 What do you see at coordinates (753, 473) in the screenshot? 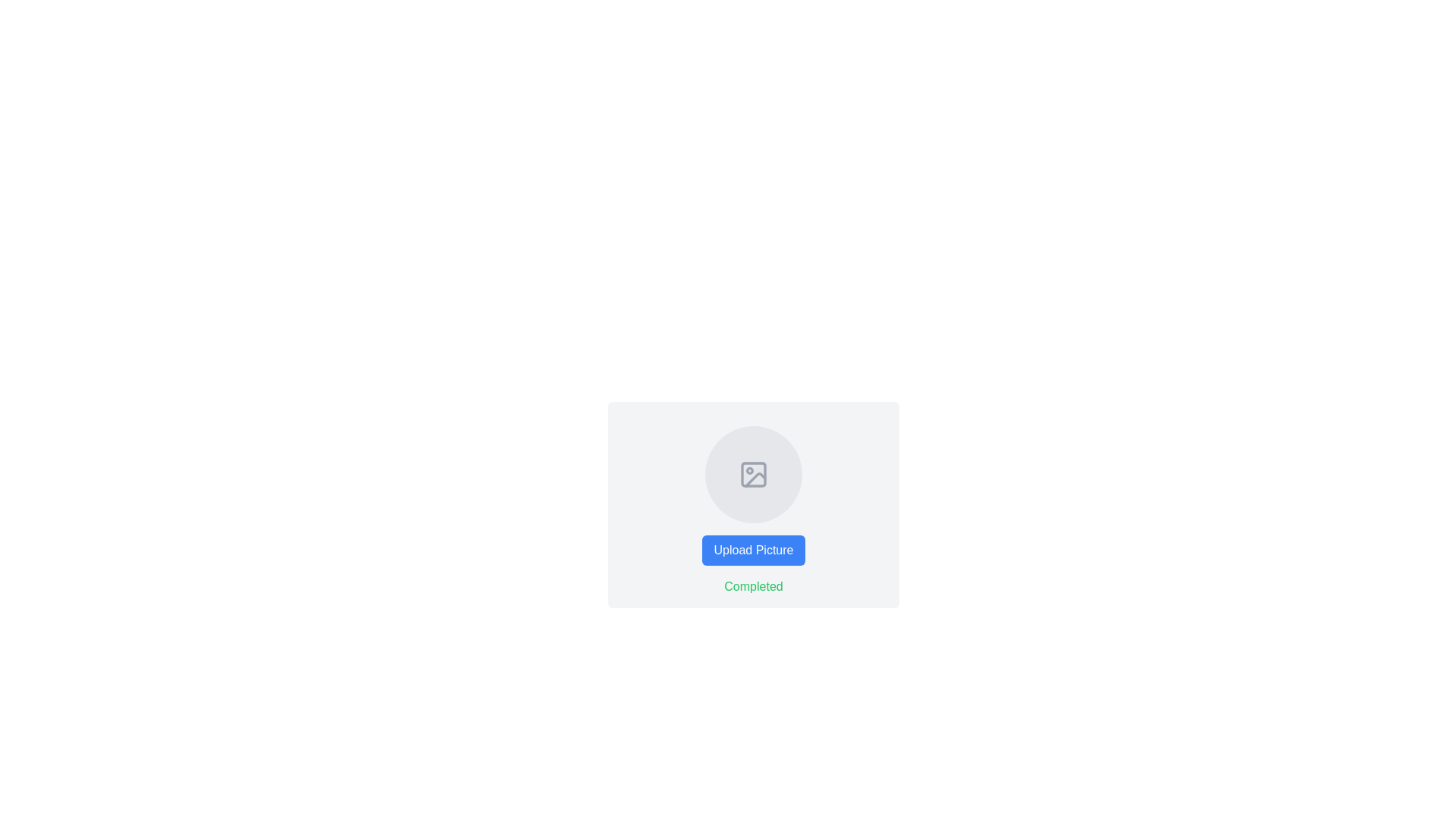
I see `the picture frame icon, which is a line drawing styled icon containing an outline of a circle and a diagonal line, located above the 'Upload Picture' button` at bounding box center [753, 473].